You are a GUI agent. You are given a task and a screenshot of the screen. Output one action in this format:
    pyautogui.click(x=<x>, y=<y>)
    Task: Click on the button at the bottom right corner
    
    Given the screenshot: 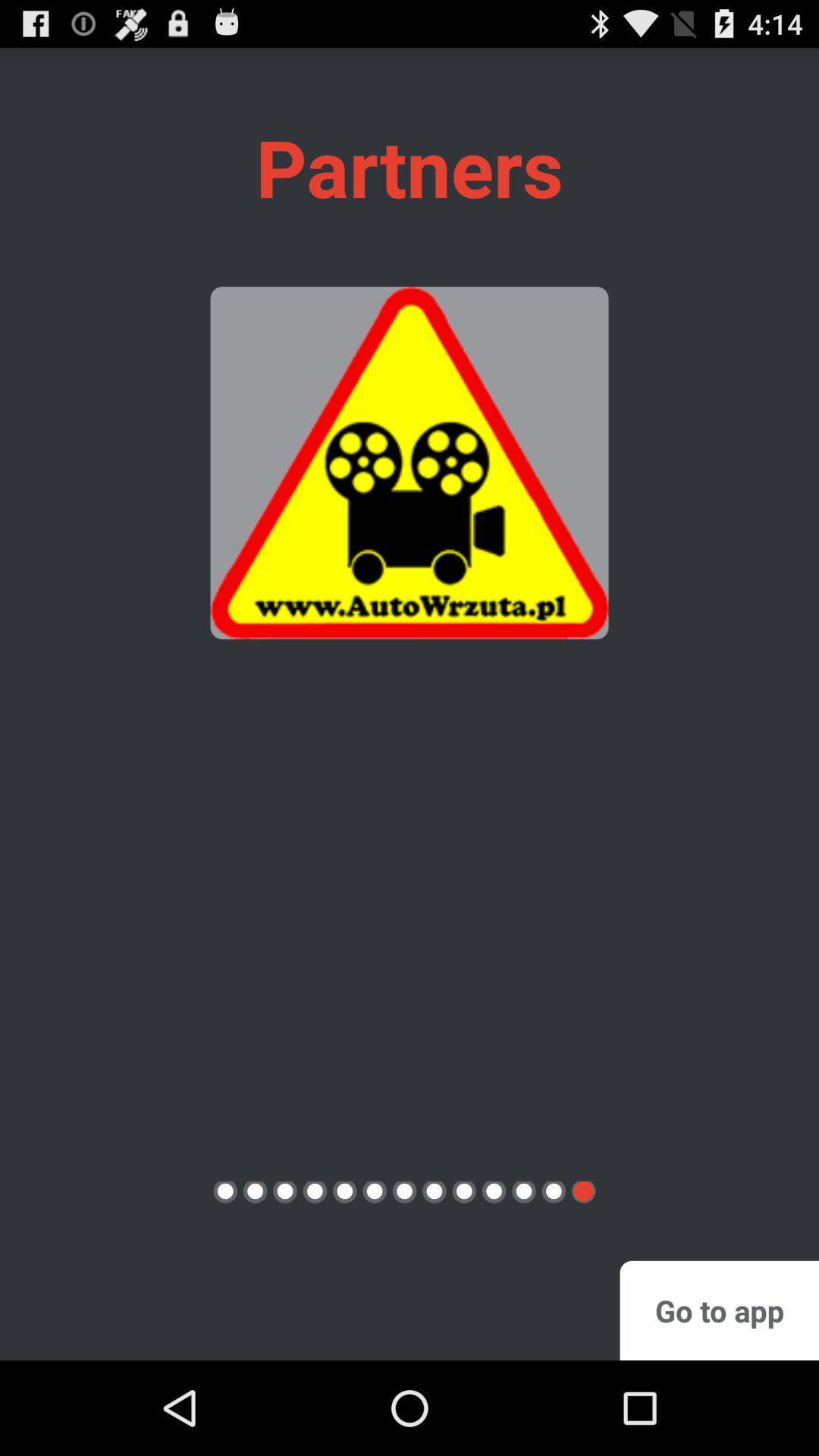 What is the action you would take?
    pyautogui.click(x=718, y=1310)
    